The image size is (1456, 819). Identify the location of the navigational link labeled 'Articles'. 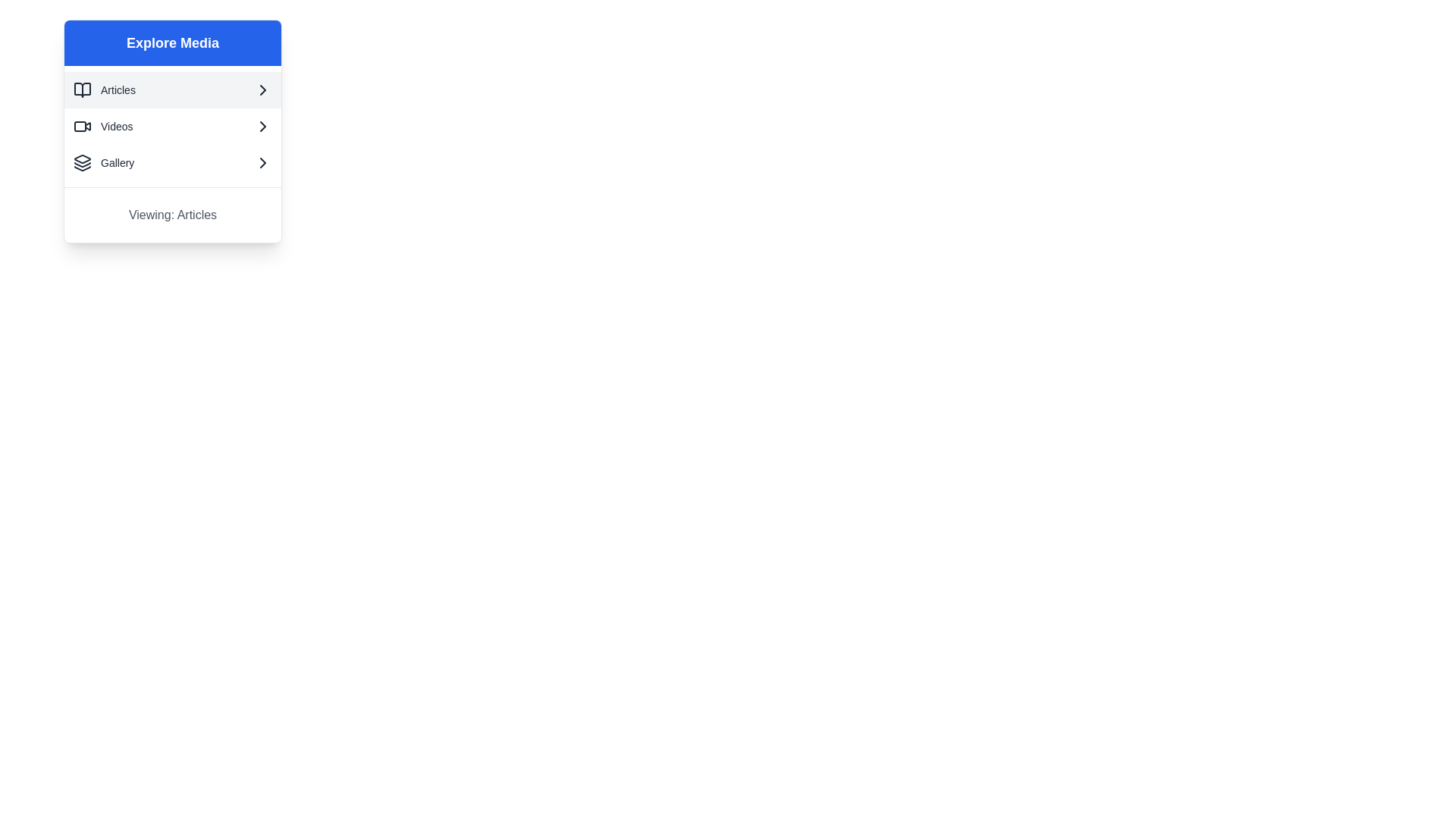
(172, 90).